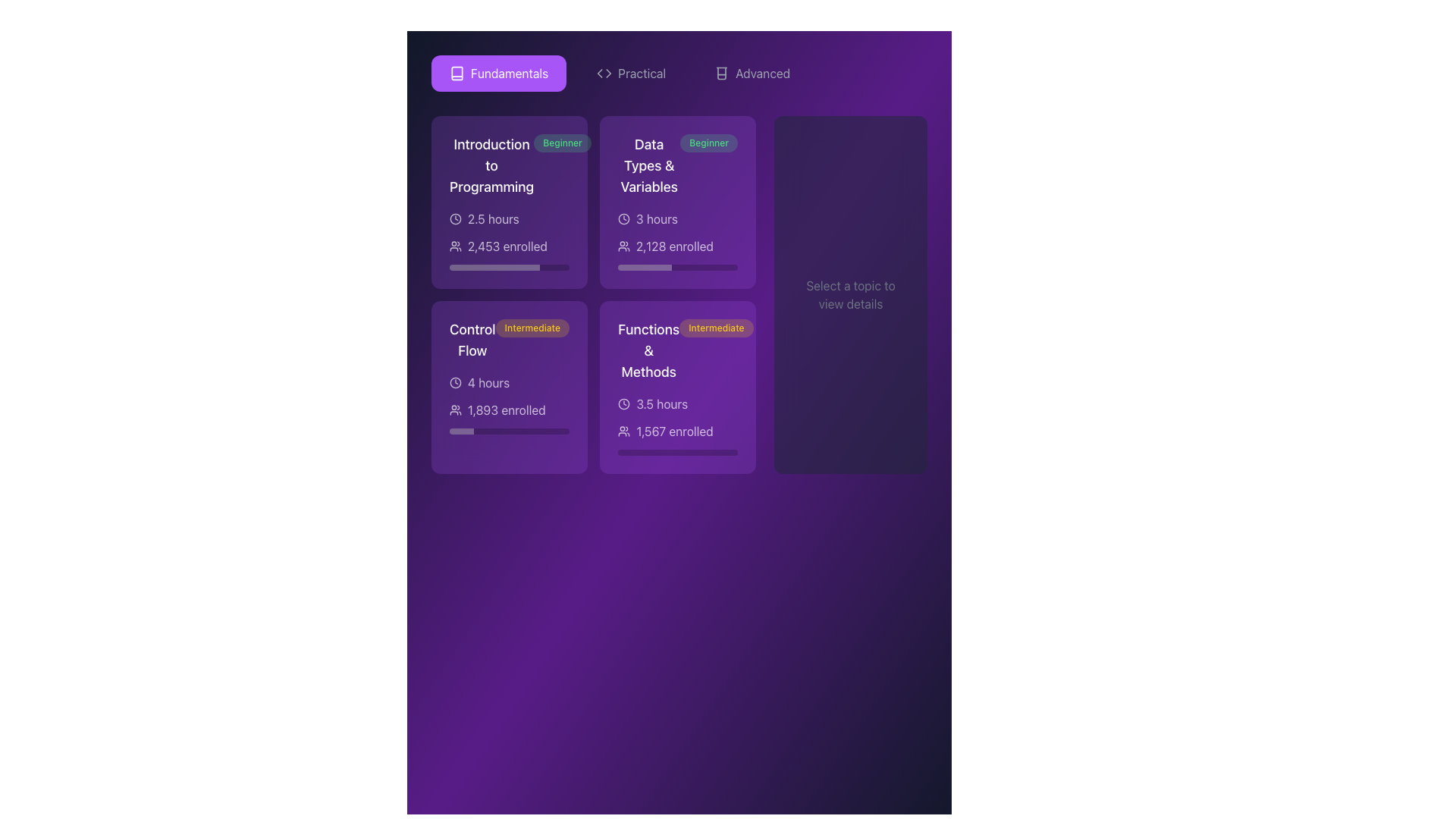  I want to click on difficulty level label located within the 'Control Flow' card, positioned to the right of the card title in the lower-left quadrant of the grid layout, so click(532, 327).